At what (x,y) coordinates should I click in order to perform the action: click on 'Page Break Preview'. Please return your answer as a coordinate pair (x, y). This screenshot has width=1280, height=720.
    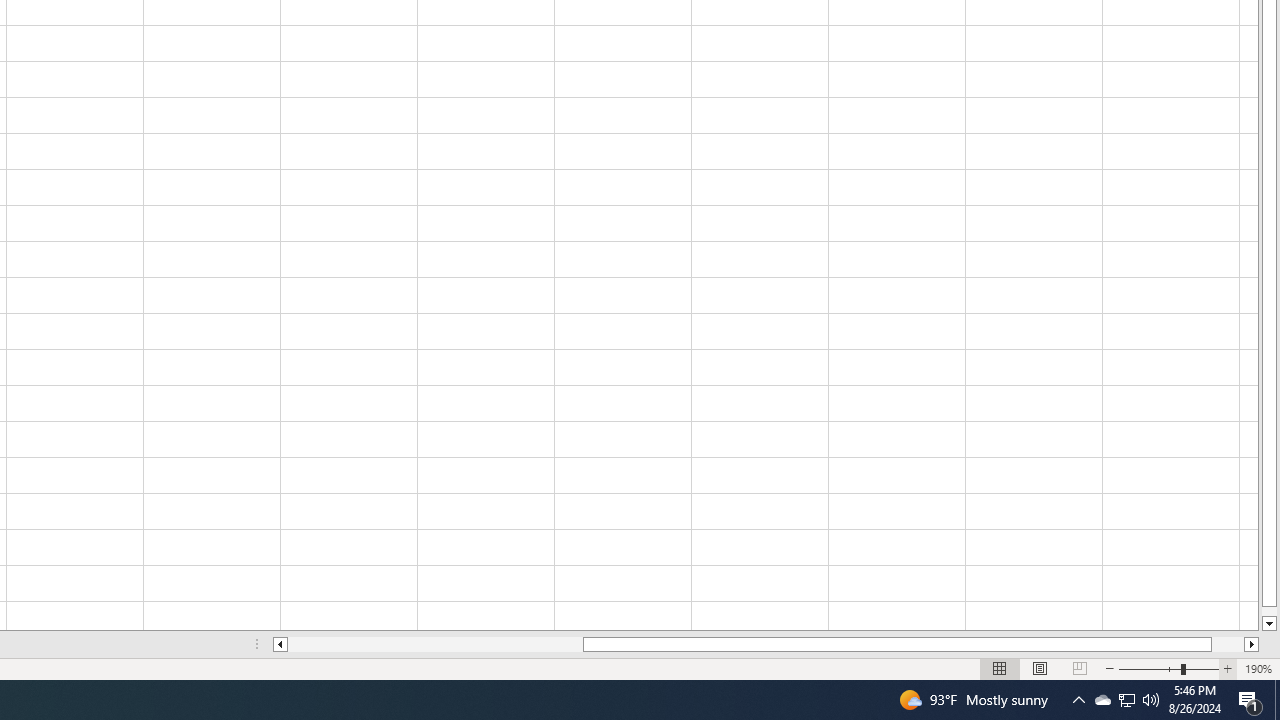
    Looking at the image, I should click on (1078, 669).